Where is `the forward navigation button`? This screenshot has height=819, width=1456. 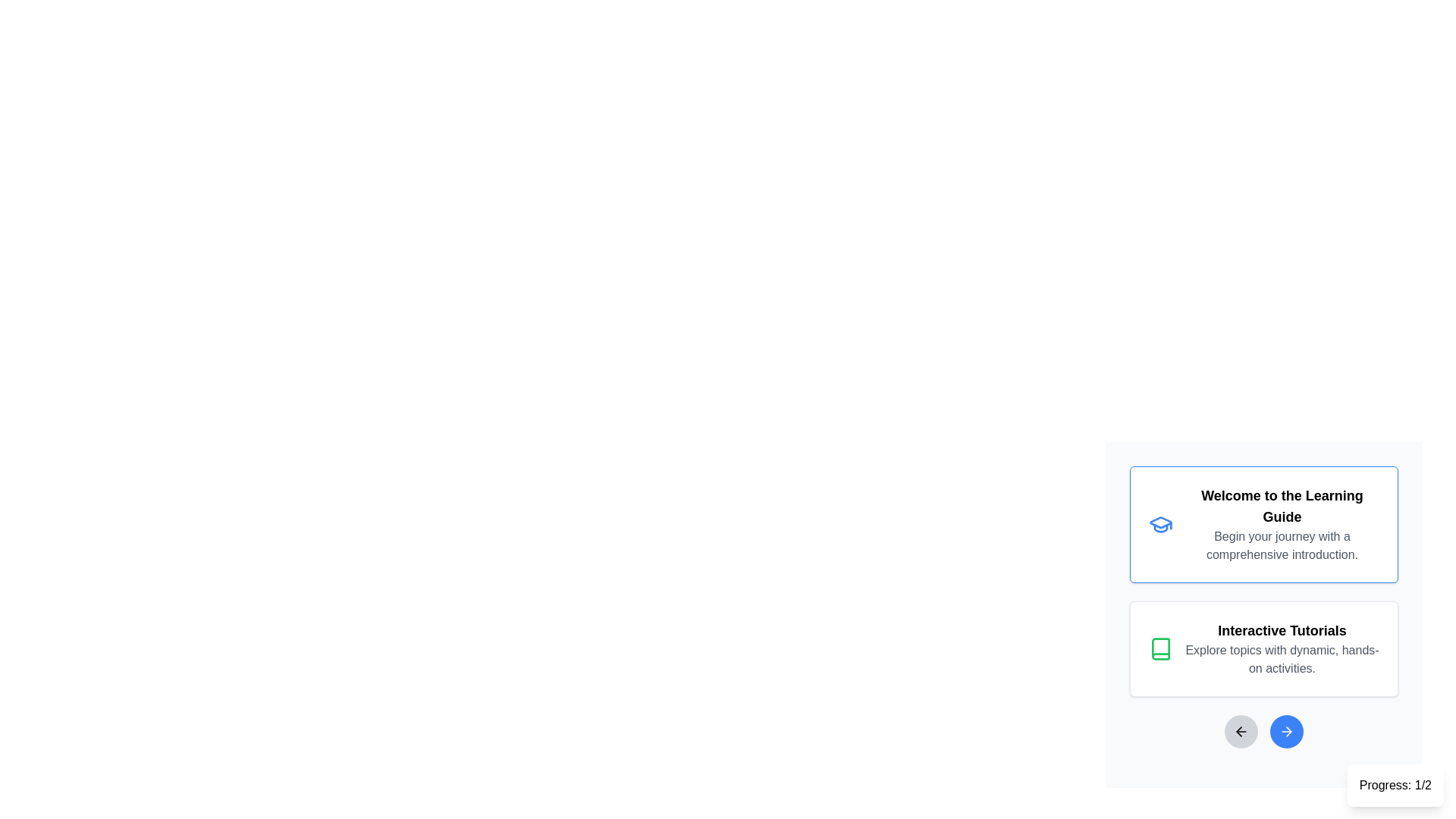
the forward navigation button is located at coordinates (1286, 730).